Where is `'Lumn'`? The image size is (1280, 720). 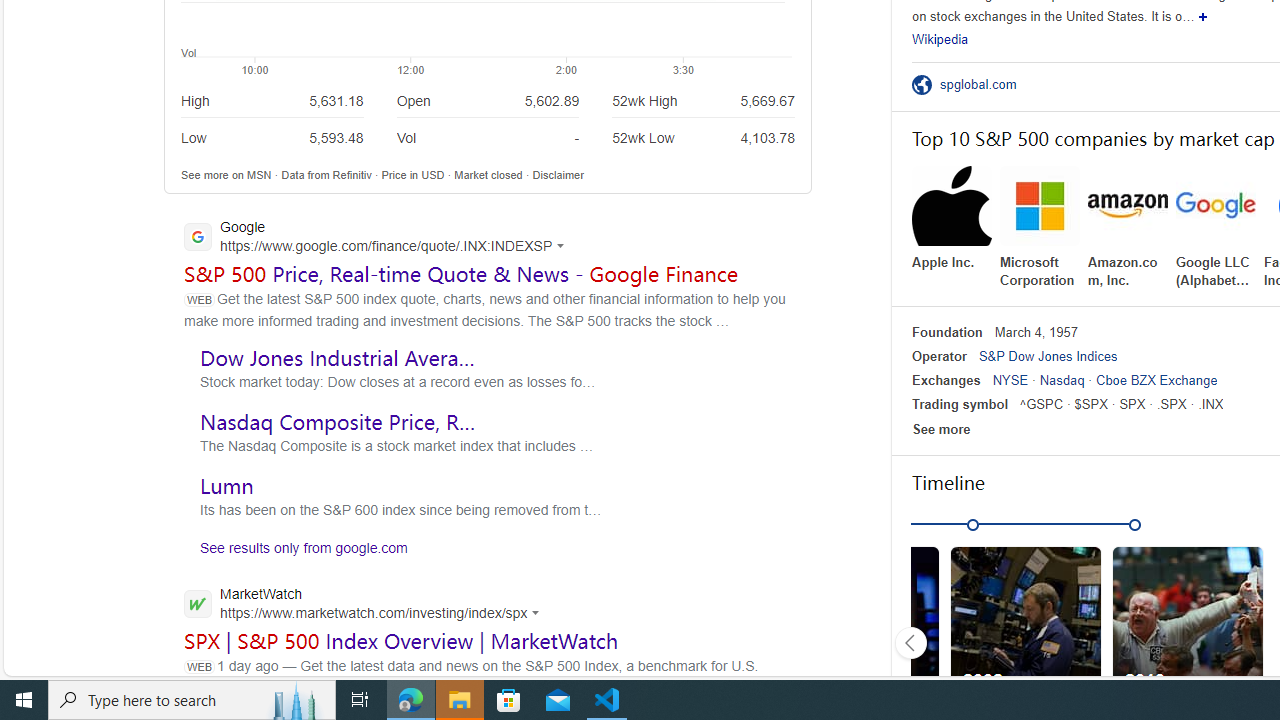 'Lumn' is located at coordinates (226, 485).